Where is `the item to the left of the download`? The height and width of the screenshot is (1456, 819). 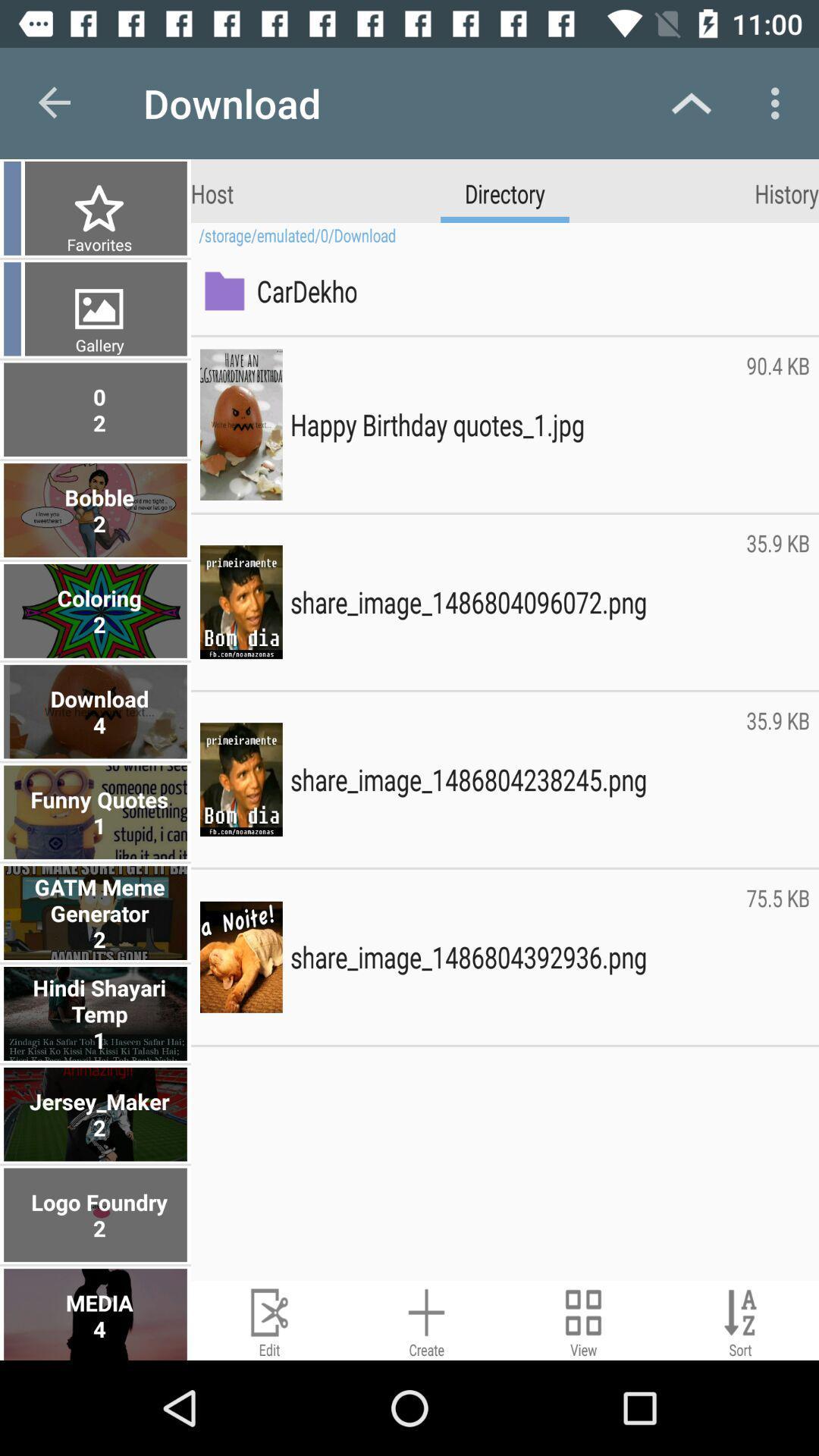
the item to the left of the download is located at coordinates (55, 102).